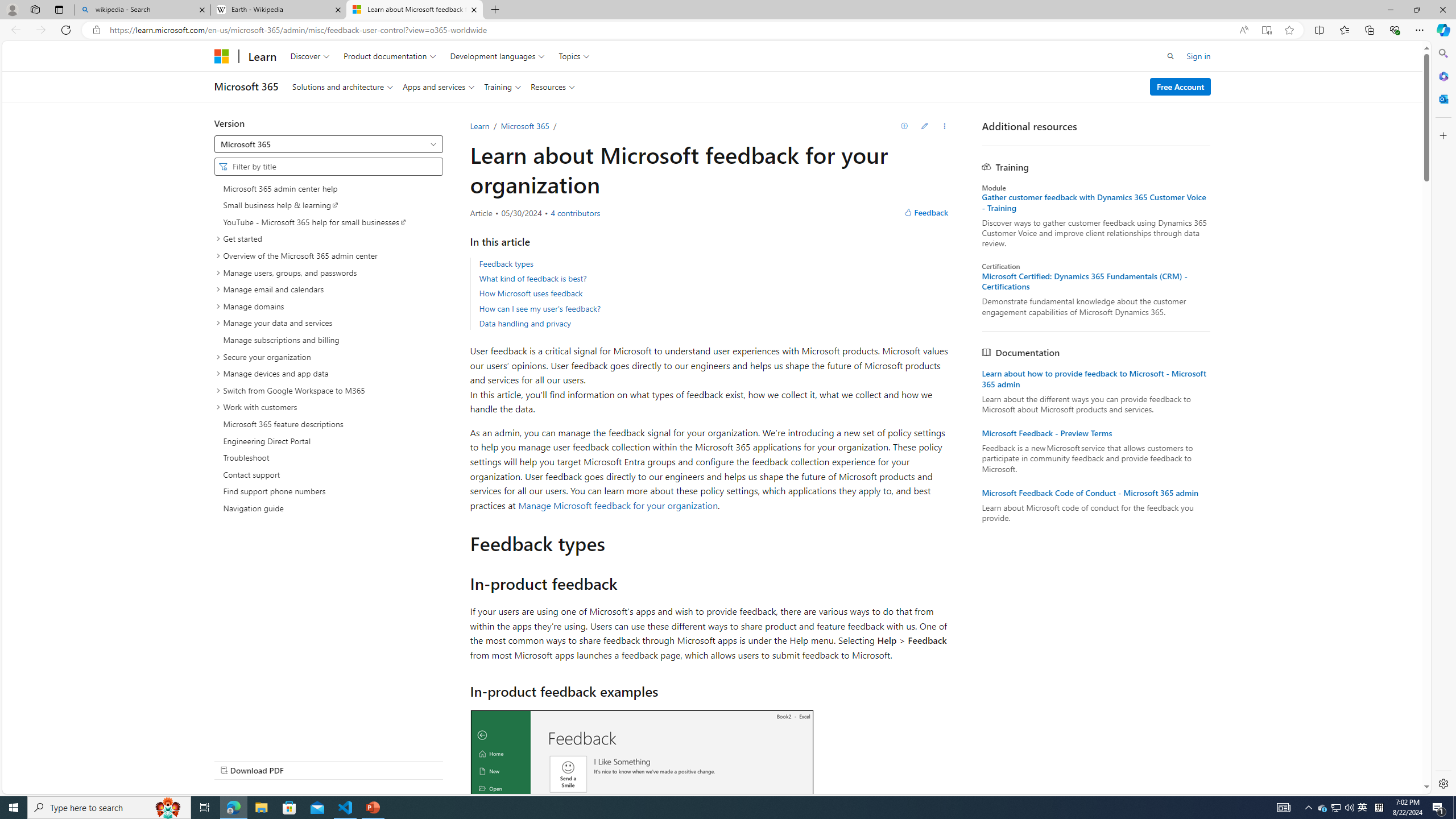 The height and width of the screenshot is (819, 1456). I want to click on 'Development languages', so click(498, 55).